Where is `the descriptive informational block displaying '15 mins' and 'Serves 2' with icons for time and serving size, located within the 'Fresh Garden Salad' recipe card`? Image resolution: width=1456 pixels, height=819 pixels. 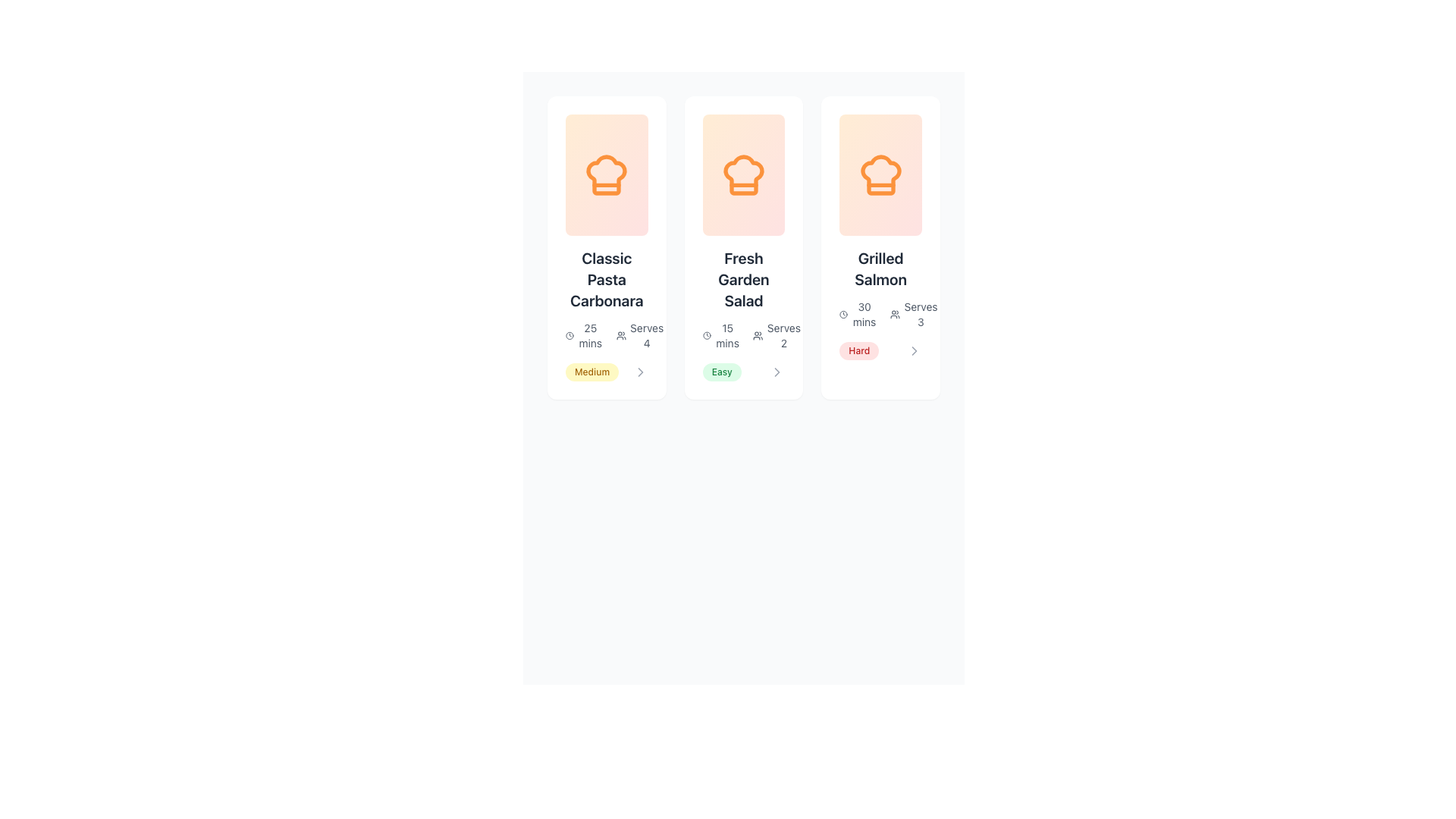 the descriptive informational block displaying '15 mins' and 'Serves 2' with icons for time and serving size, located within the 'Fresh Garden Salad' recipe card is located at coordinates (743, 335).